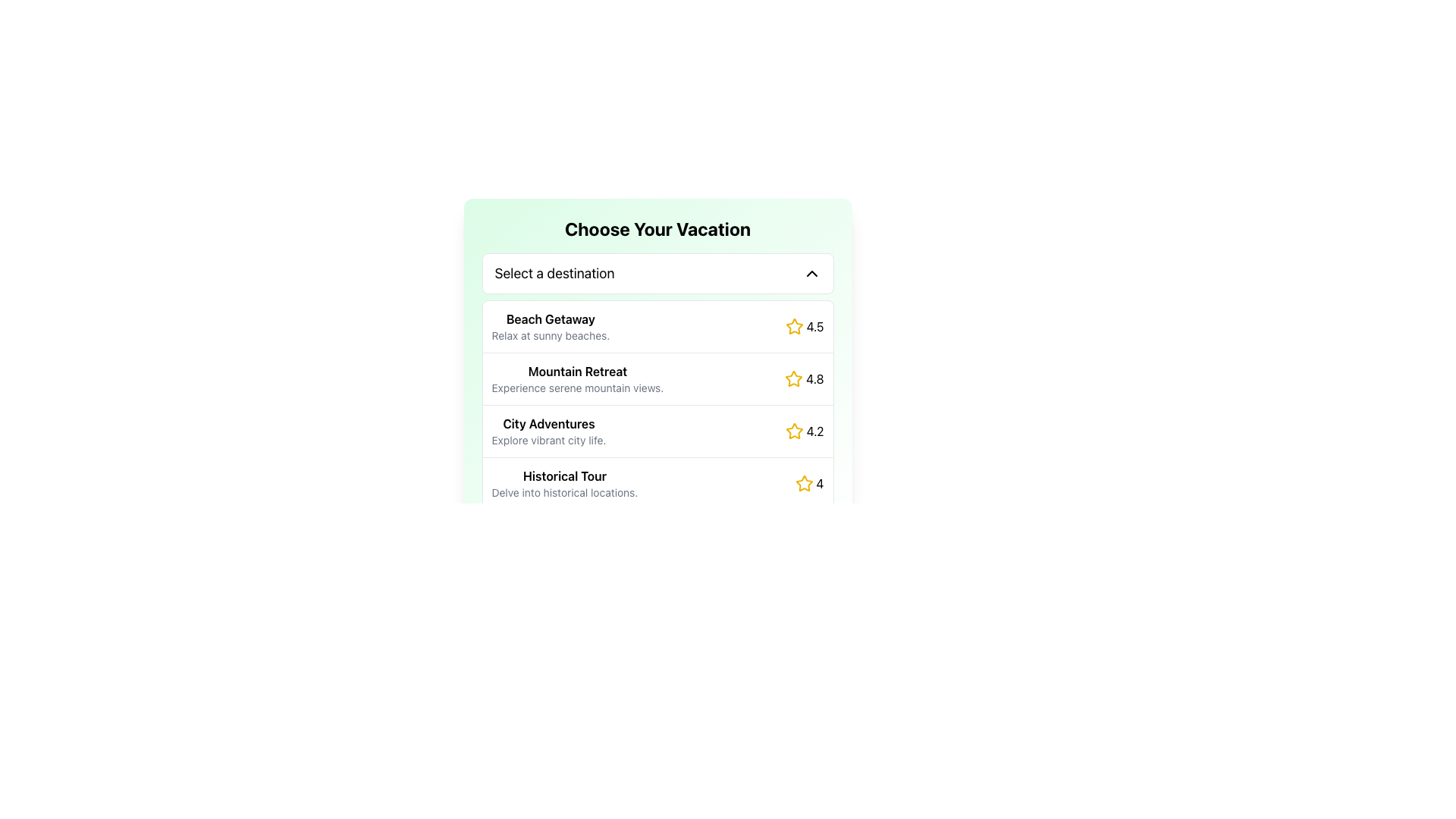 Image resolution: width=1456 pixels, height=819 pixels. I want to click on the subtitle text reading 'Relax at sunny beaches.' which is styled in a smaller font with a light gray color and positioned below the 'Beach Getaway' header, so click(550, 335).